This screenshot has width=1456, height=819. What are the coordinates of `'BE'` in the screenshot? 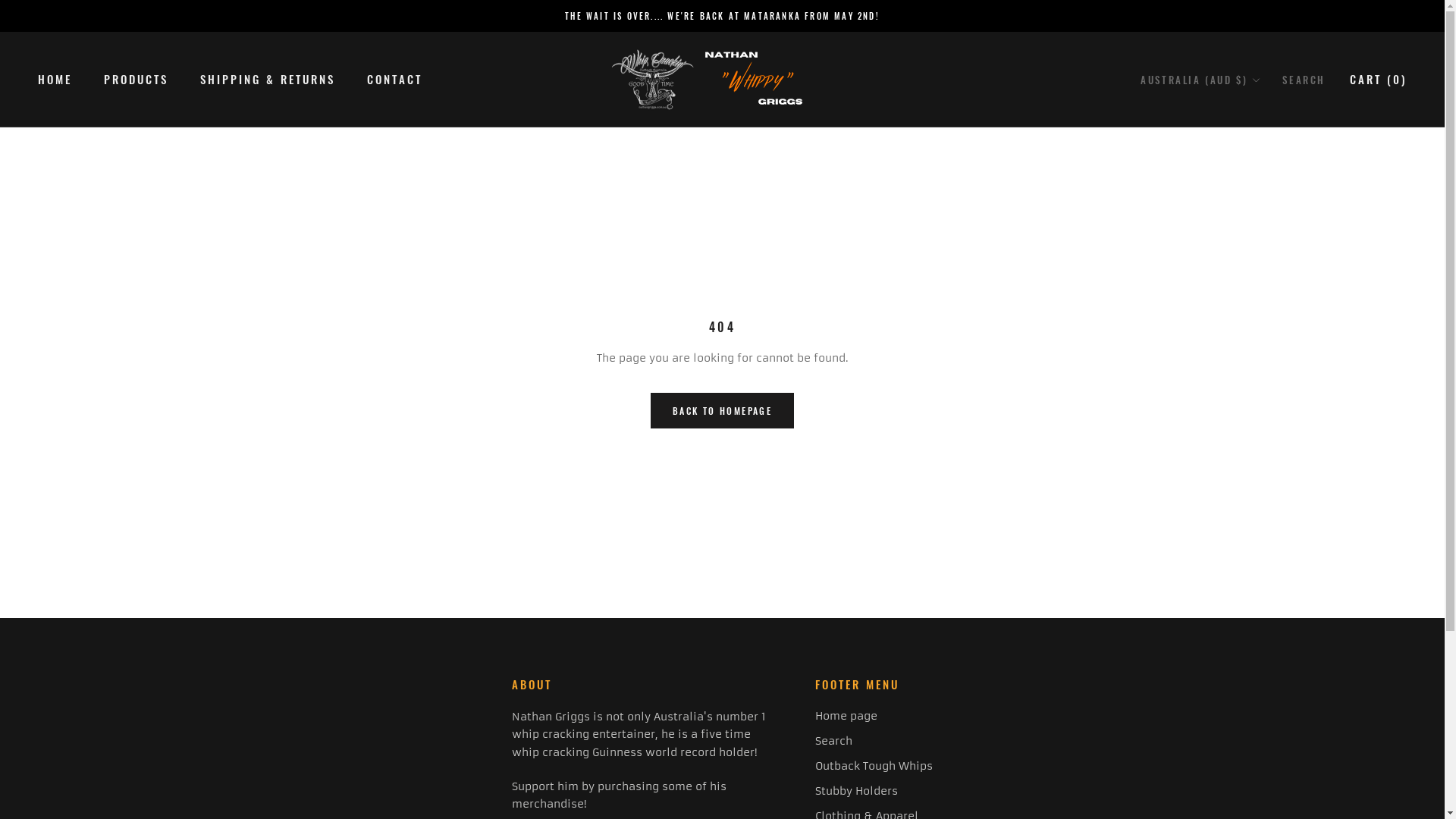 It's located at (1140, 162).